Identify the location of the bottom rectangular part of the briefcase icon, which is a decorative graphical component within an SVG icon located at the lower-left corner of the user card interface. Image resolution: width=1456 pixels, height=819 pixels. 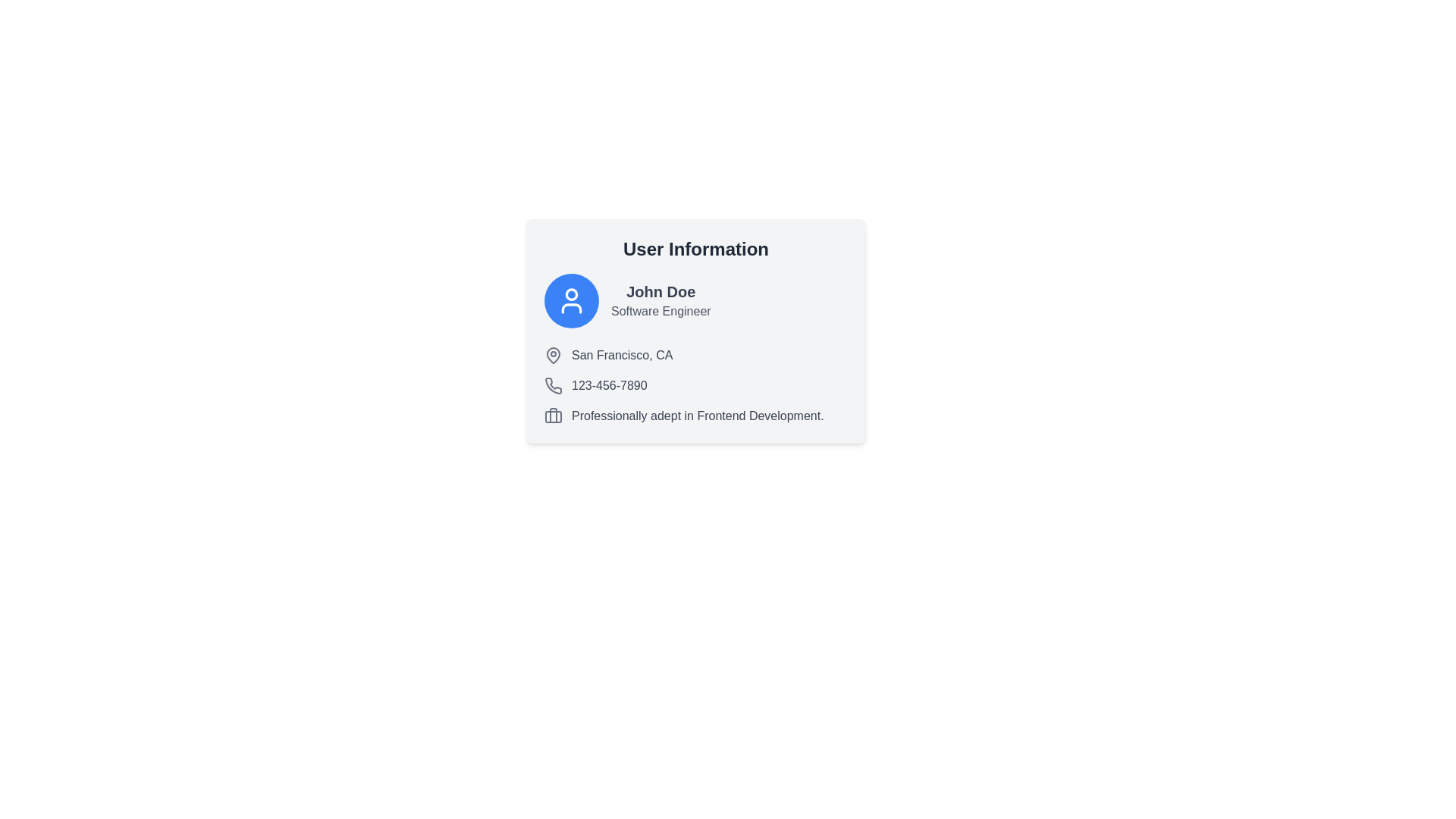
(552, 417).